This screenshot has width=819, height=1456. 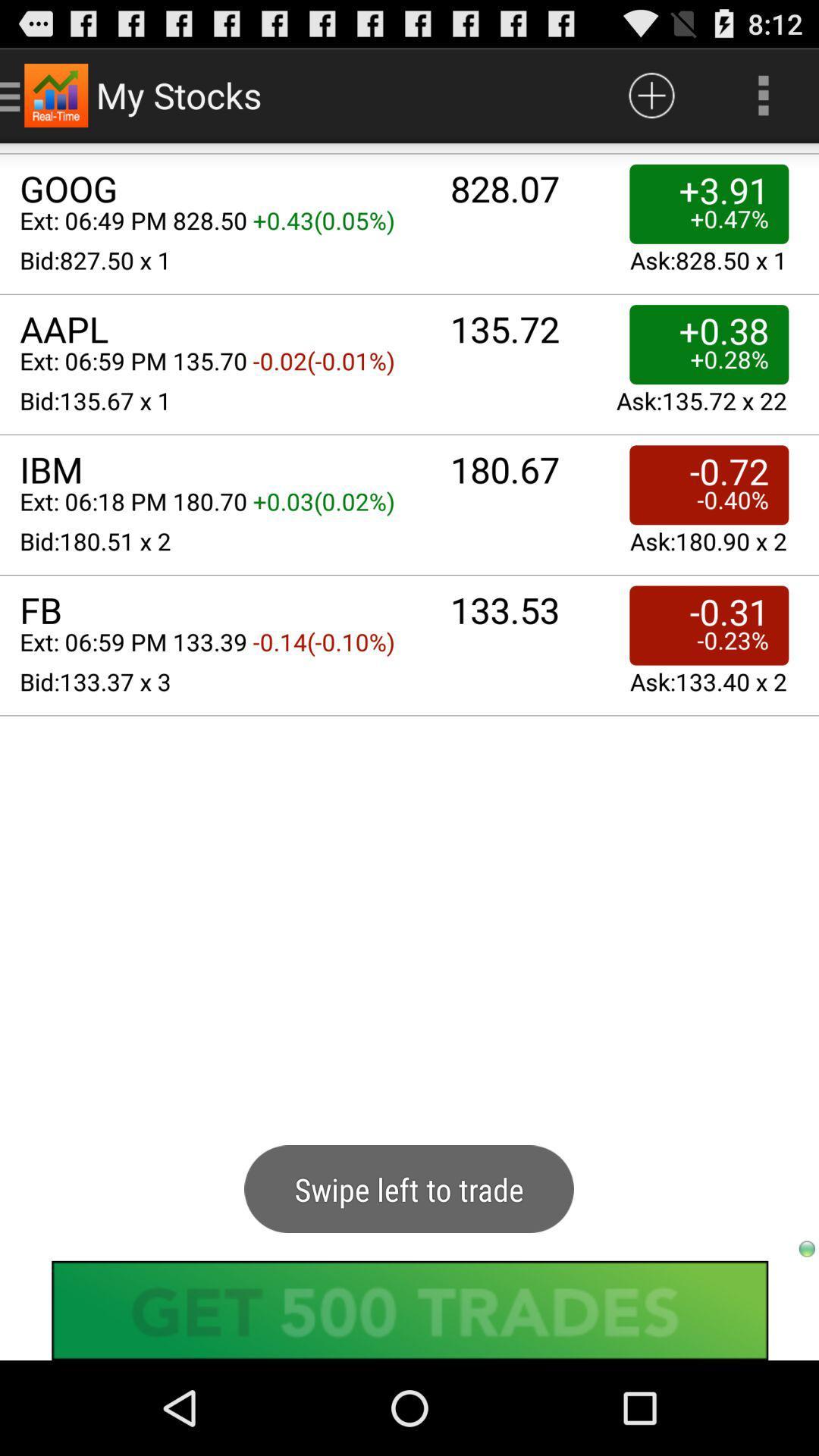 I want to click on click advertisement, so click(x=409, y=1310).